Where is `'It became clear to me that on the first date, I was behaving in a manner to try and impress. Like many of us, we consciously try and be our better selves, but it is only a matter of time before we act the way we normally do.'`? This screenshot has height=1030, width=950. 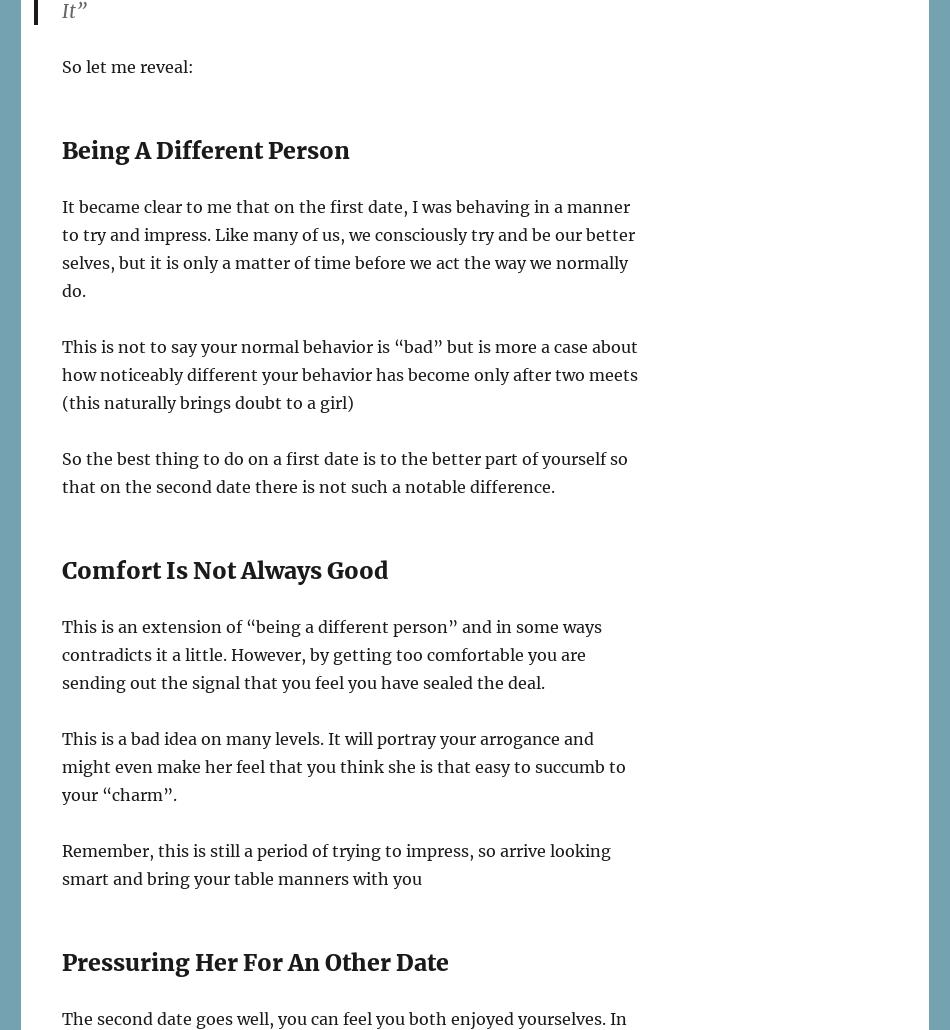 'It became clear to me that on the first date, I was behaving in a manner to try and impress. Like many of us, we consciously try and be our better selves, but it is only a matter of time before we act the way we normally do.' is located at coordinates (62, 248).